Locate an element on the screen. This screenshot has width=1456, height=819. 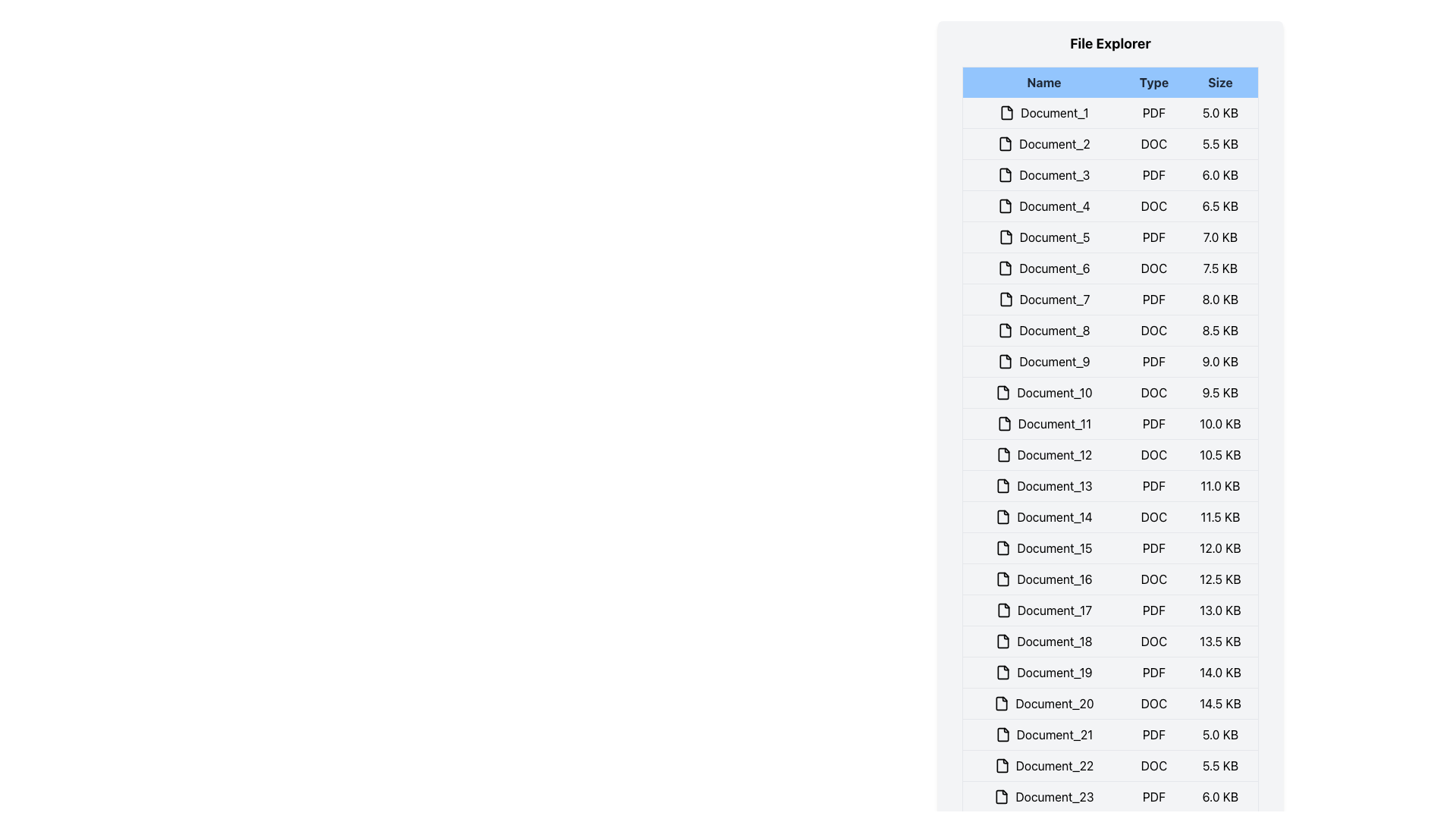
the decorative 'document' icon located in the ninth row of the file explorer list next to the text 'Document_9' is located at coordinates (1006, 362).